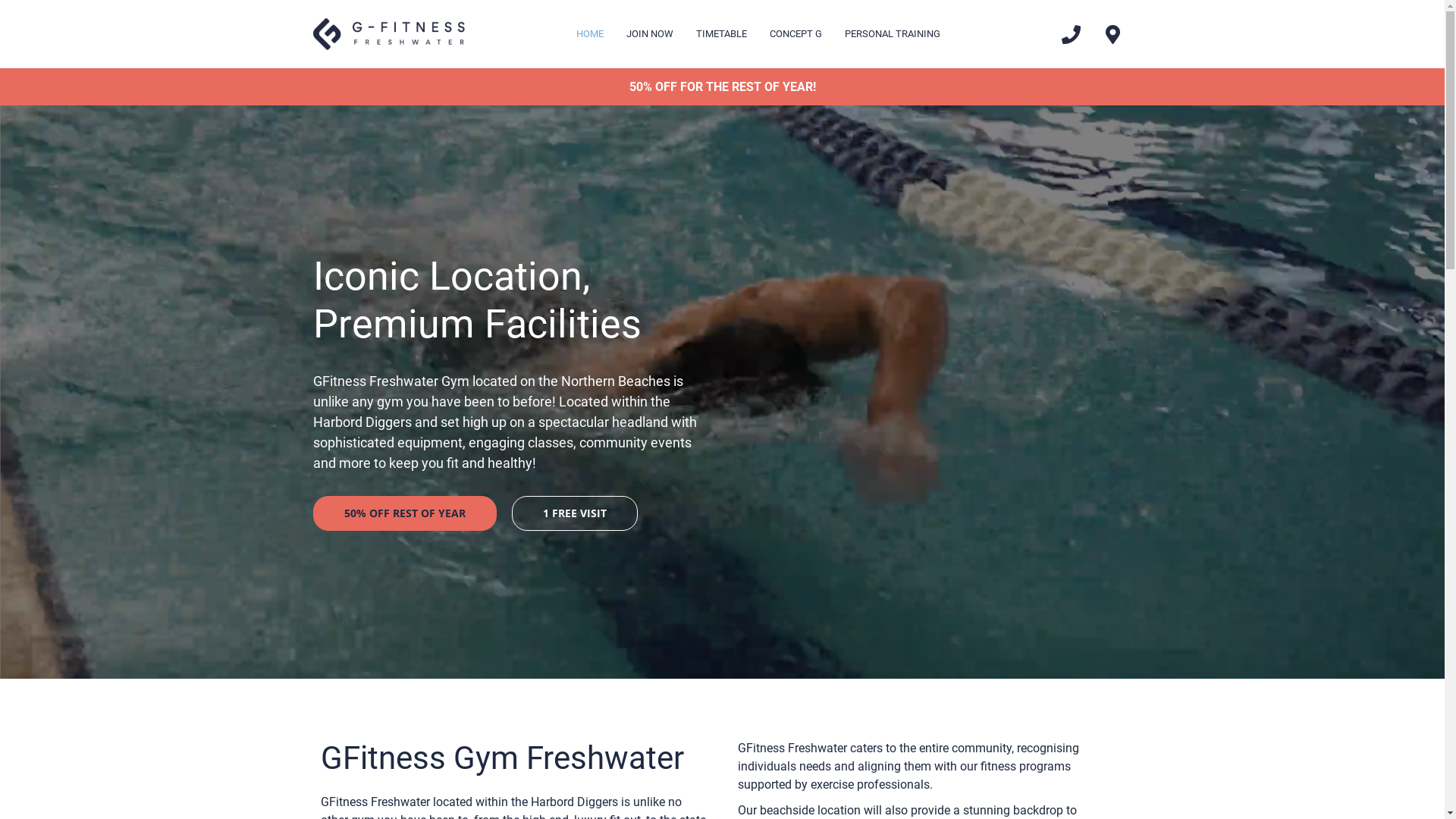 The image size is (1456, 819). Describe the element at coordinates (588, 34) in the screenshot. I see `'HOME'` at that location.